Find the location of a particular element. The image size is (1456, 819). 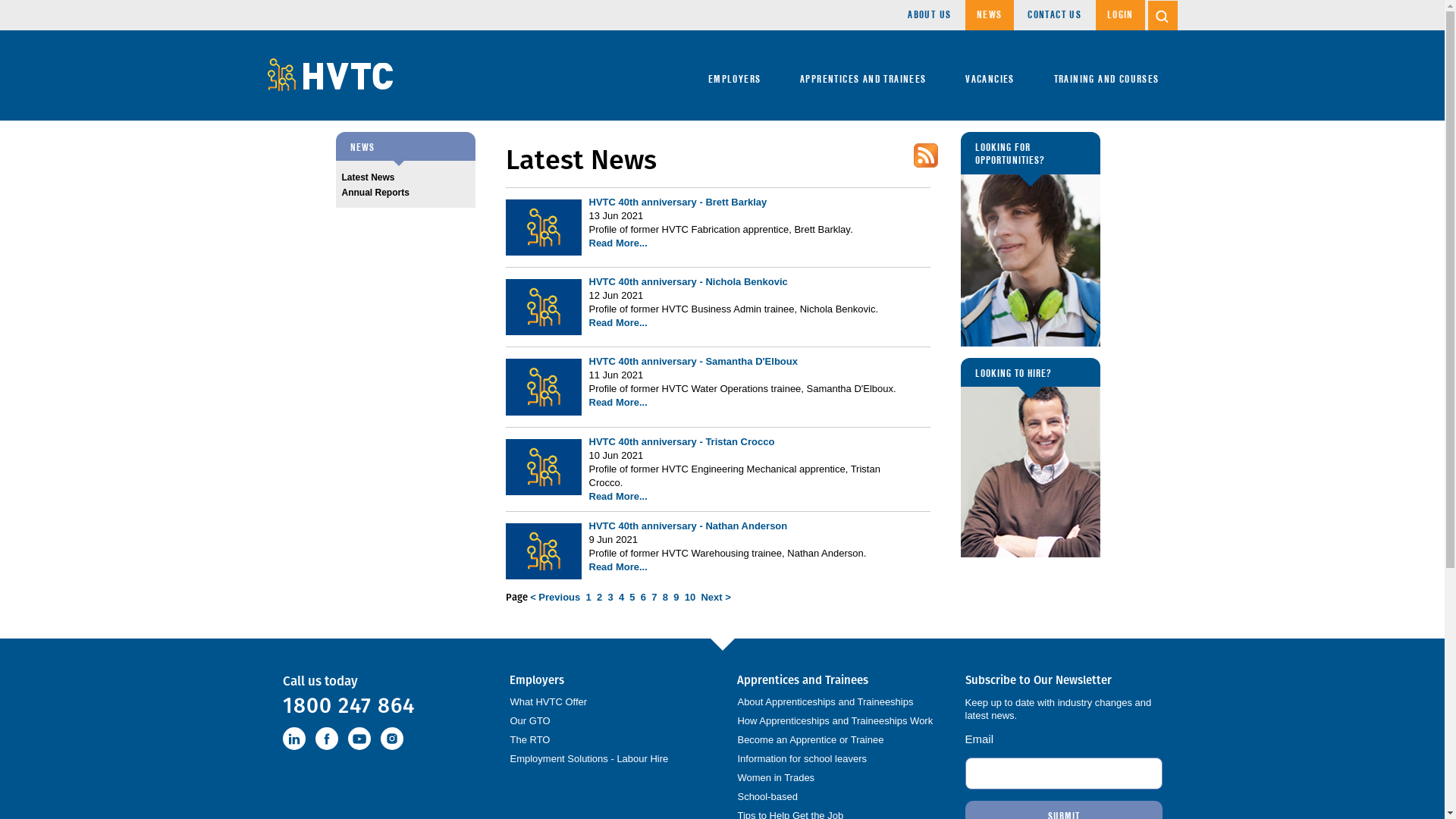

'10' is located at coordinates (689, 596).